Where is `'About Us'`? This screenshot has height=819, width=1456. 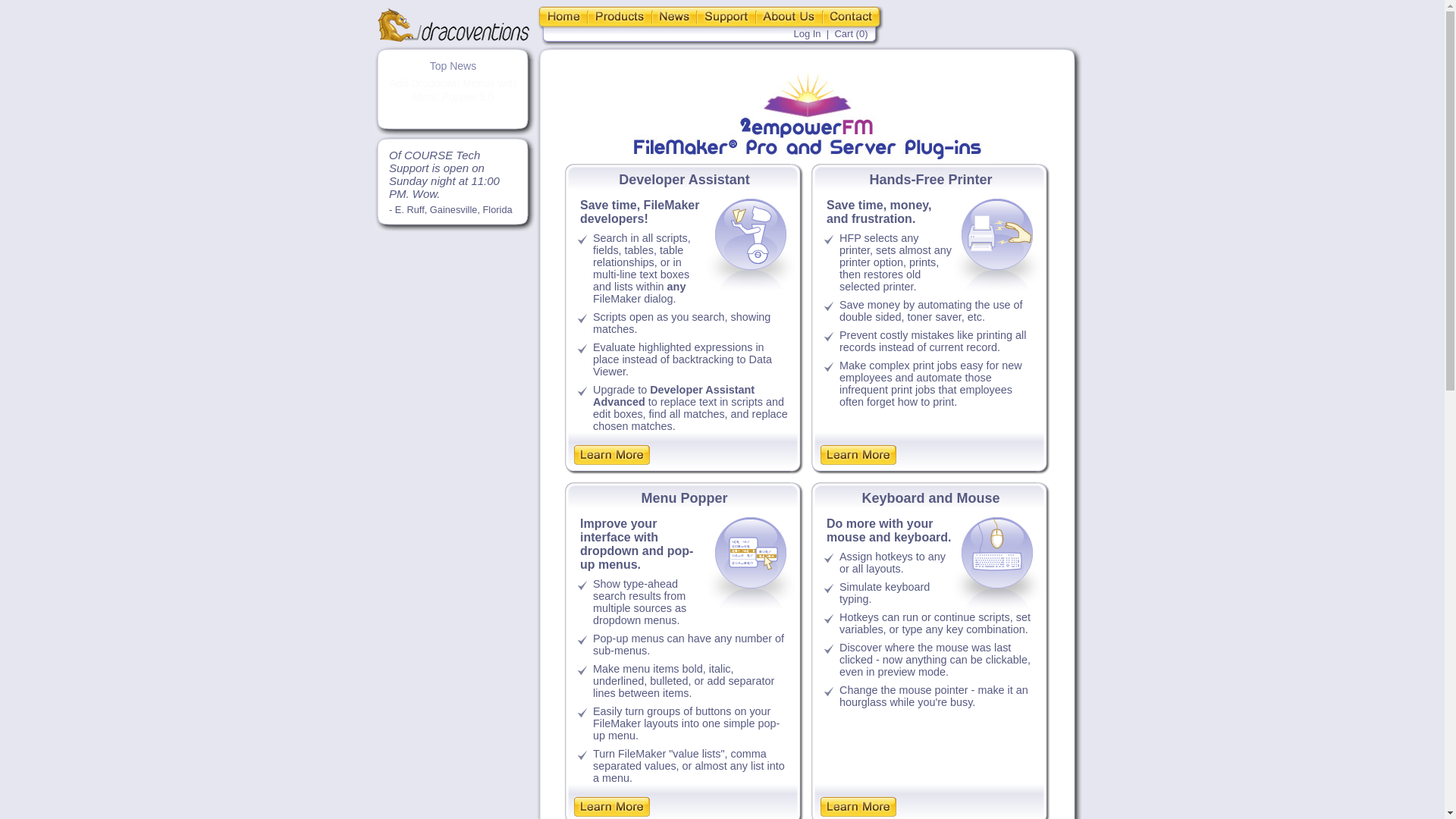
'About Us' is located at coordinates (789, 16).